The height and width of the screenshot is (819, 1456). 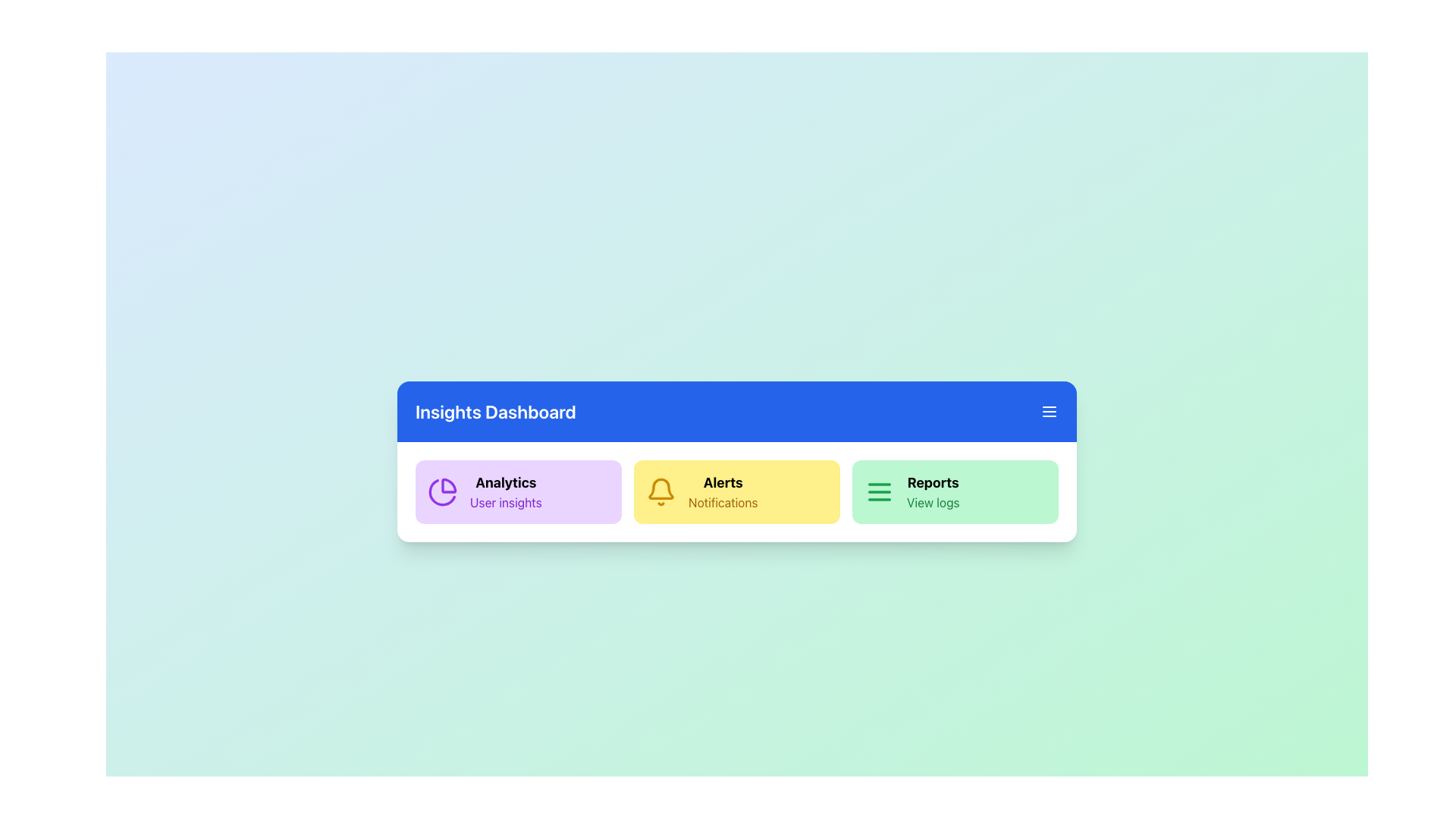 I want to click on the analytics feature icon located within the purple-themed 'Analytics' card, positioned to the left of the 'Alerts' card, so click(x=442, y=491).